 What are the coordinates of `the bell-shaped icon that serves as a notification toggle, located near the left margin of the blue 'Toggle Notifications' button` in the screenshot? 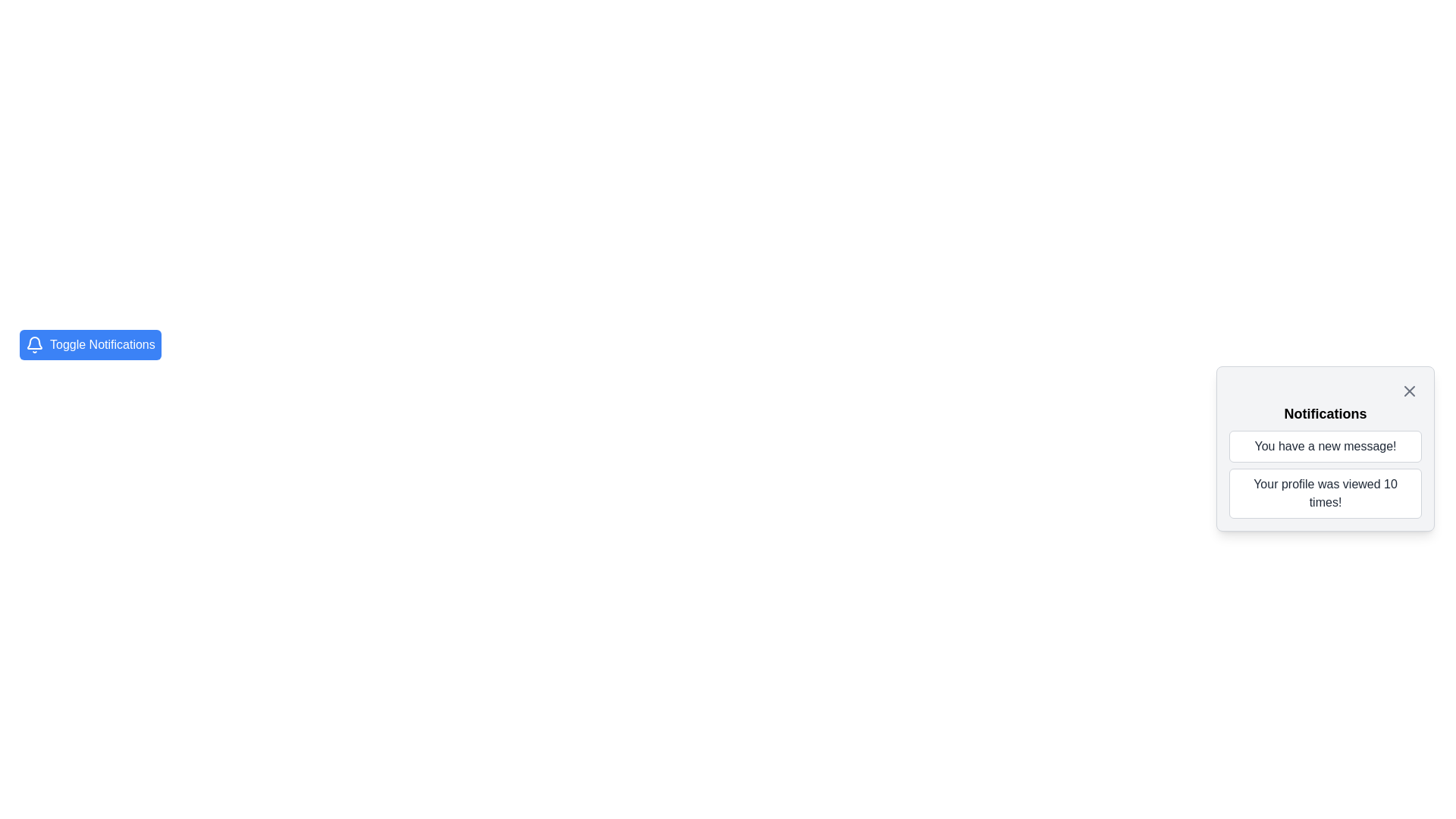 It's located at (35, 343).